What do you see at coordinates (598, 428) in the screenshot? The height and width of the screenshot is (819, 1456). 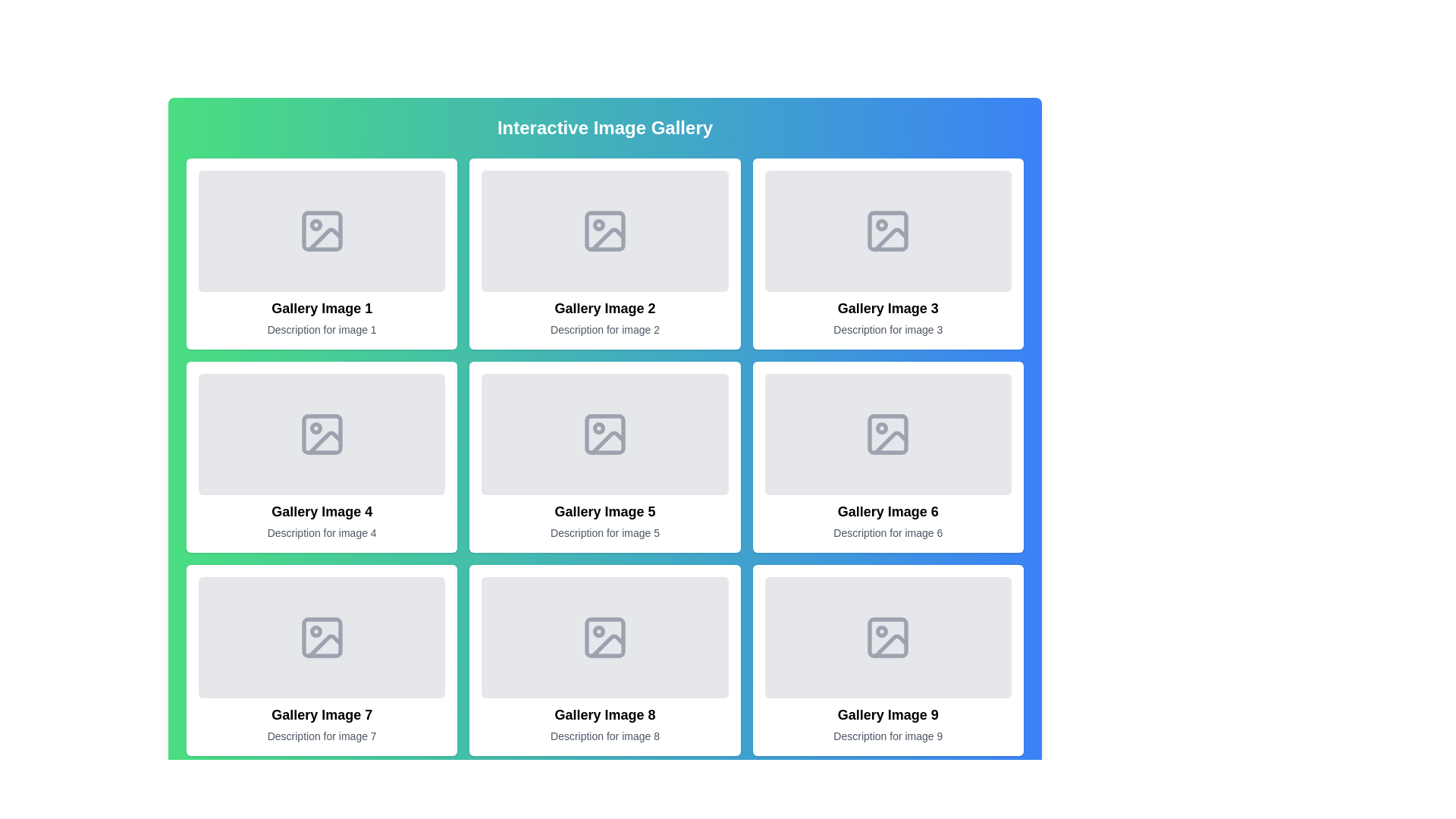 I see `the small red circular shape located centrally within the placeholder icon of 'Gallery Image 5'` at bounding box center [598, 428].